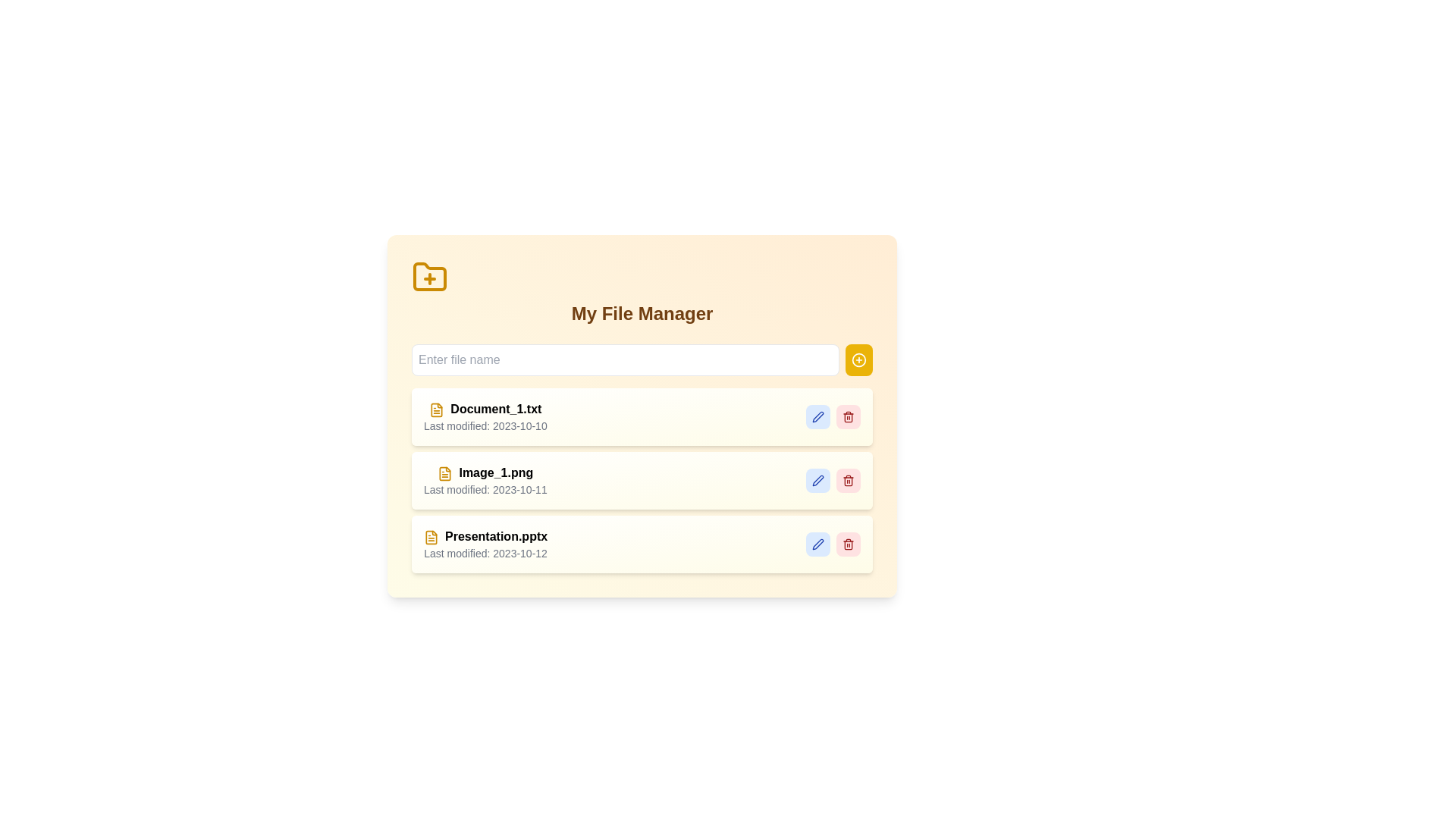  Describe the element at coordinates (485, 489) in the screenshot. I see `text label that indicates the last modification date of the associated file, located below 'Image_1.png' in the second row of the file item list` at that location.